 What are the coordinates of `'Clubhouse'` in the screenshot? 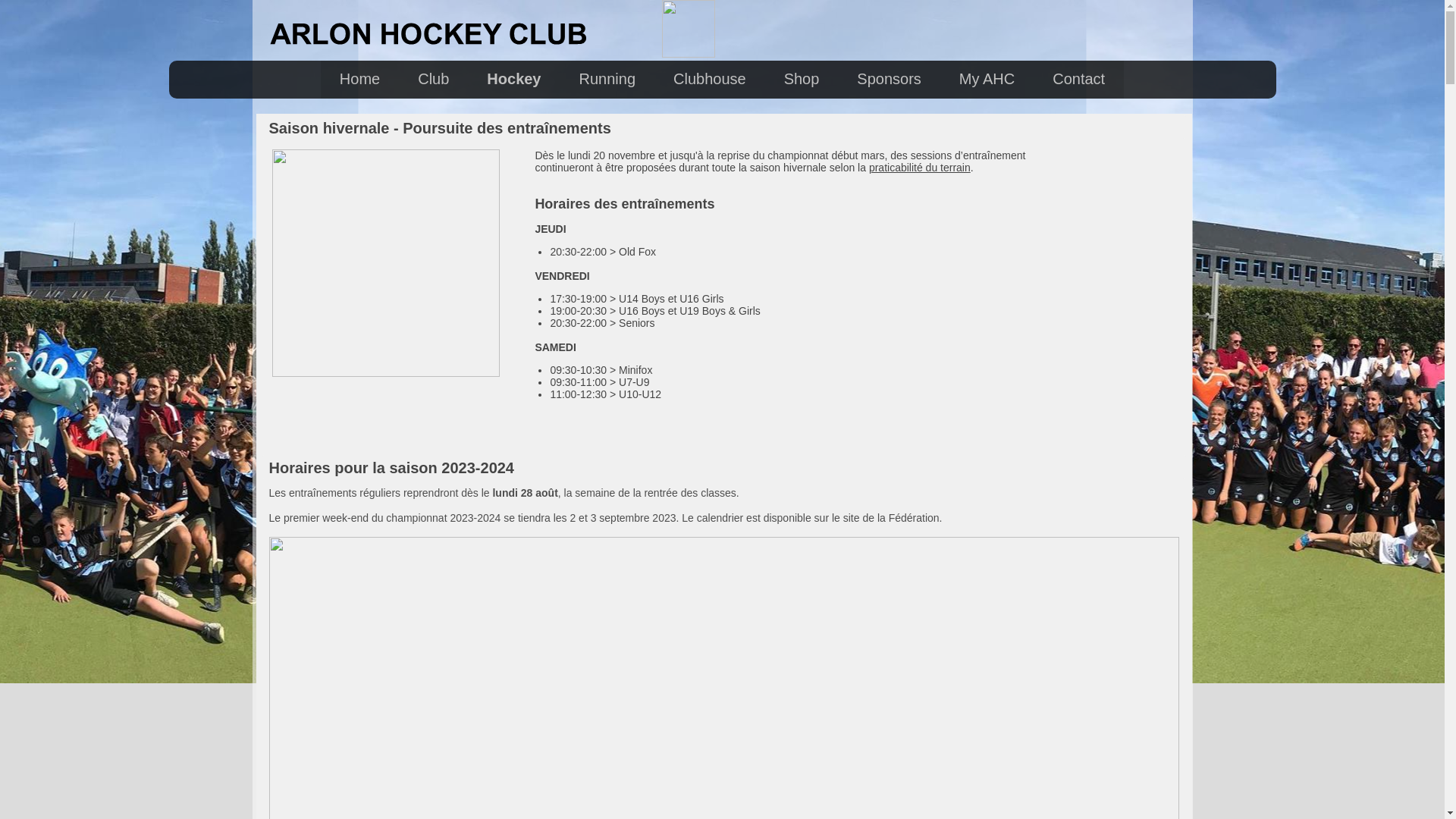 It's located at (709, 79).